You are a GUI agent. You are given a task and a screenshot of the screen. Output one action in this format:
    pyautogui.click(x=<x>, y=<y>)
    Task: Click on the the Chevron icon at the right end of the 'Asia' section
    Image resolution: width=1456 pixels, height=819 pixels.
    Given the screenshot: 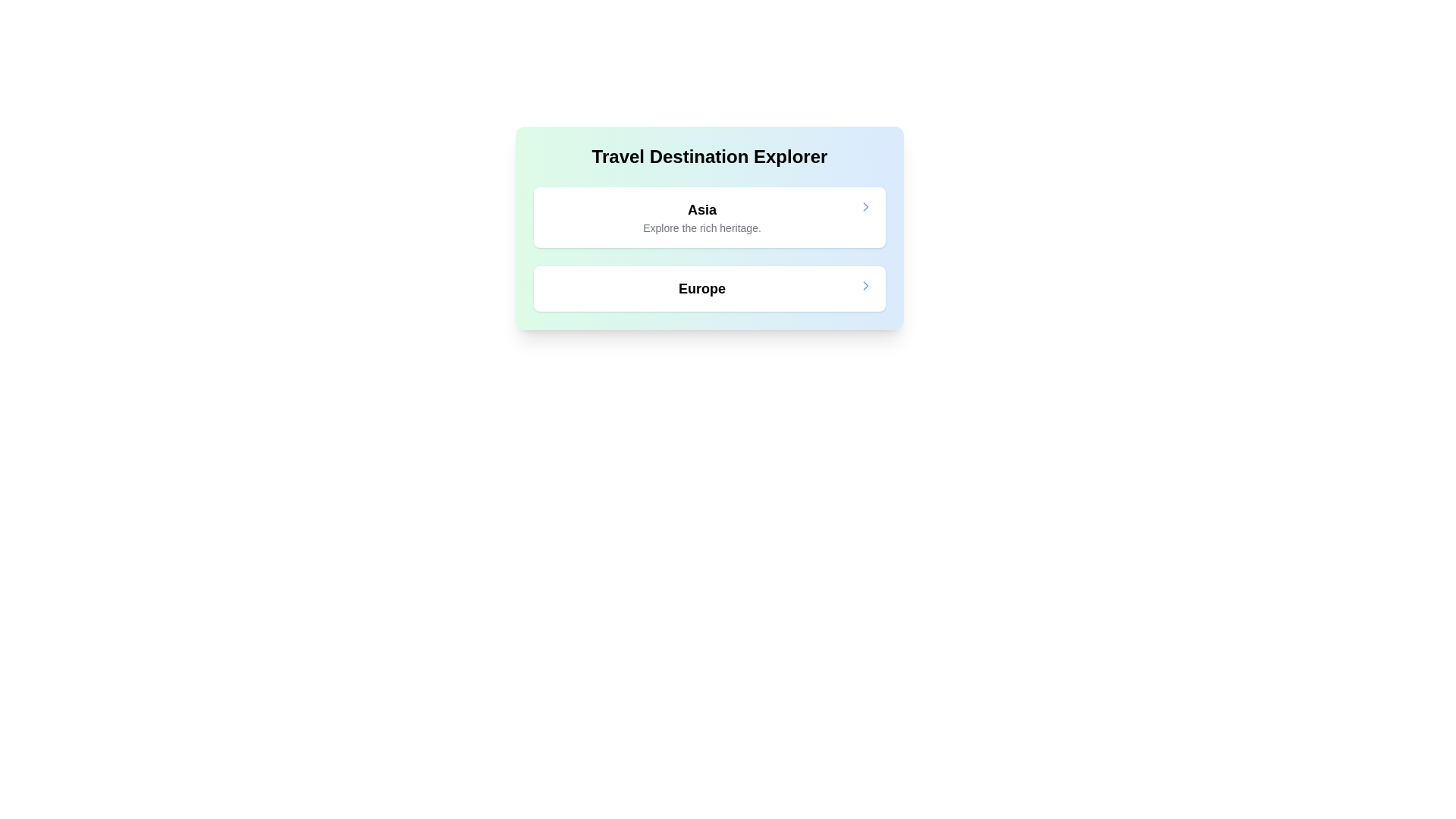 What is the action you would take?
    pyautogui.click(x=866, y=207)
    